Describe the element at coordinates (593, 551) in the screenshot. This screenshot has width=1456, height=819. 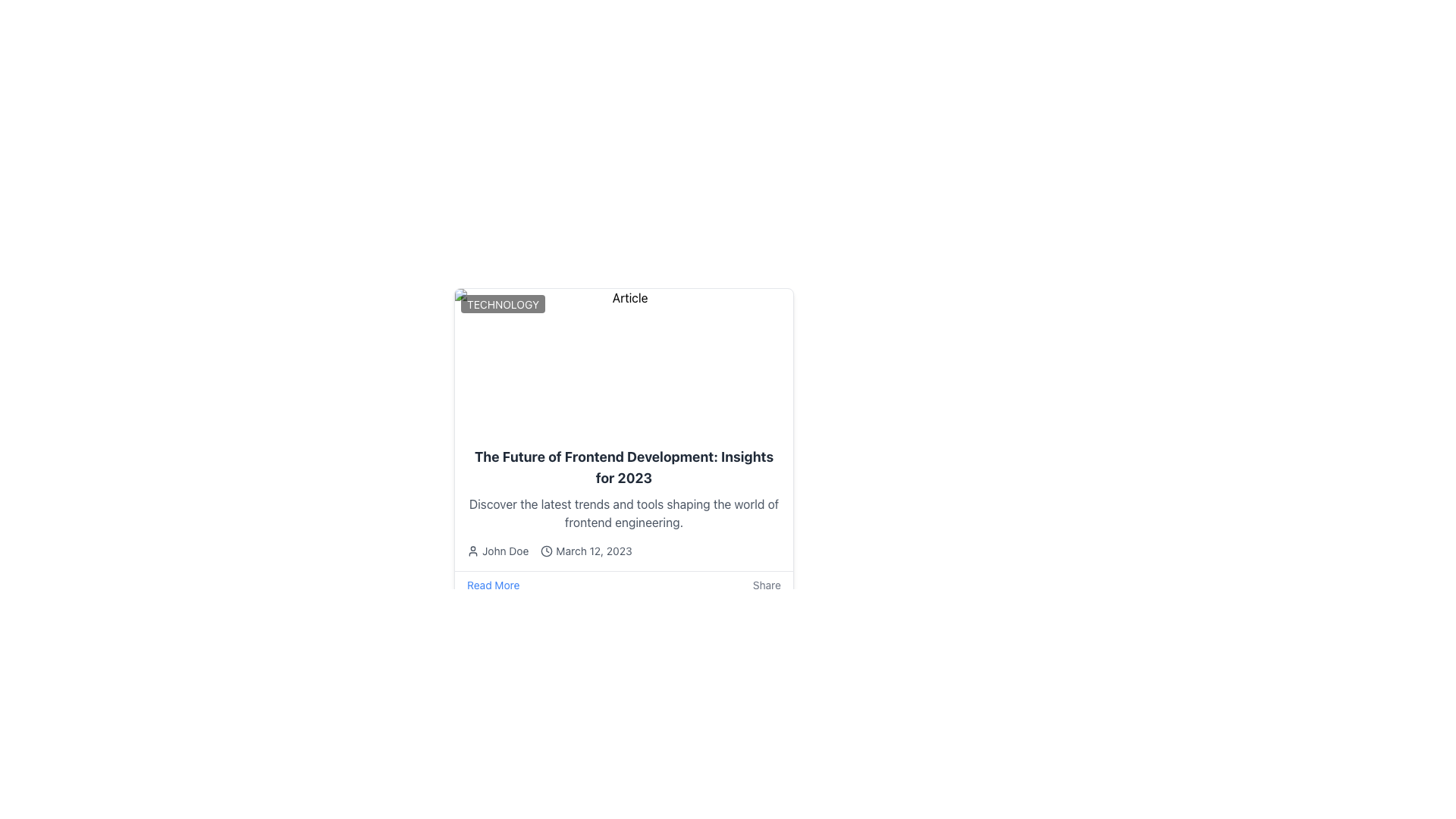
I see `the text label displaying 'March 12, 2023', which is positioned next to a clock icon` at that location.